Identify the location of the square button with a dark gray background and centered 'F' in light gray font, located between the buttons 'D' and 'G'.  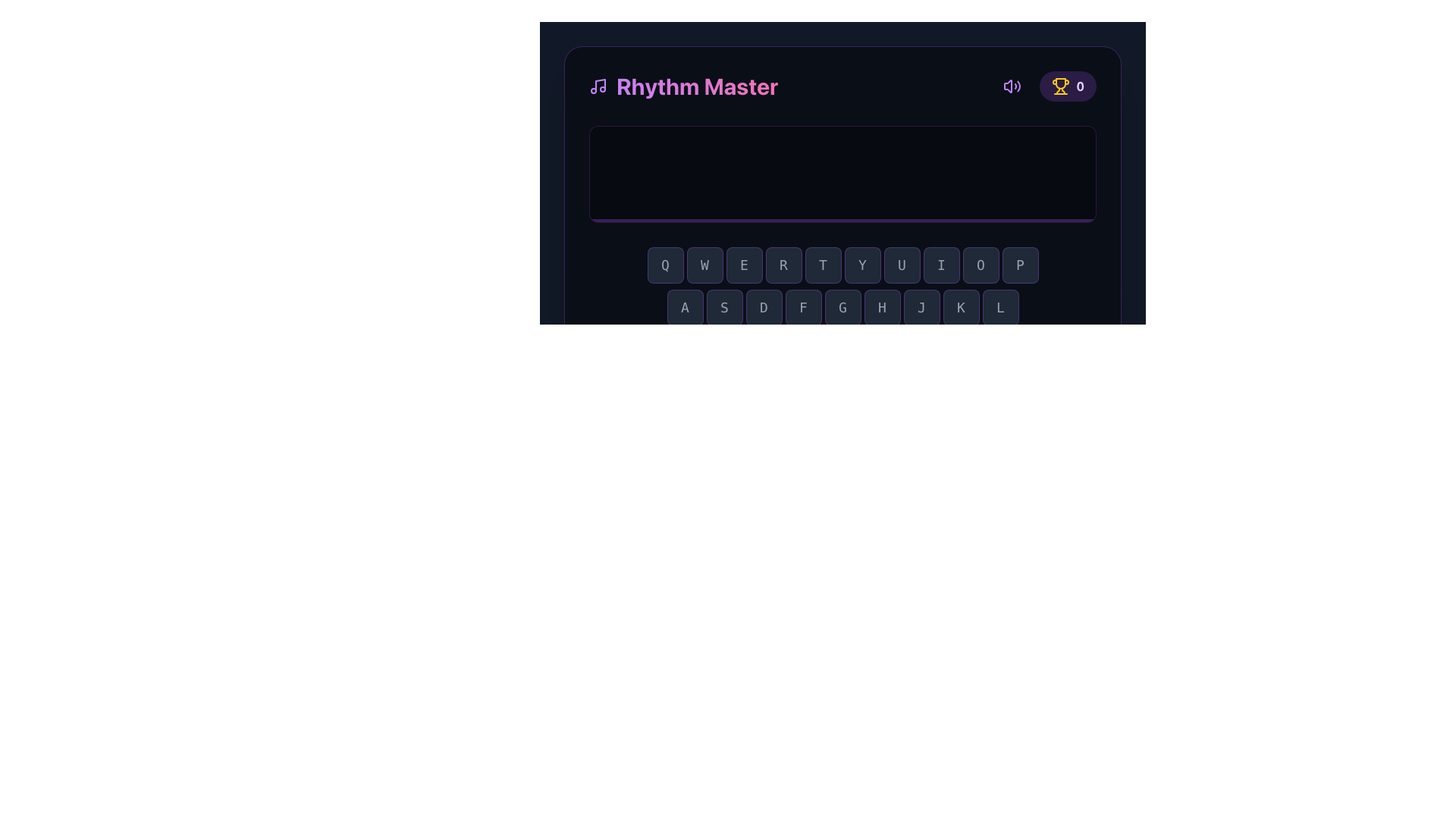
(802, 307).